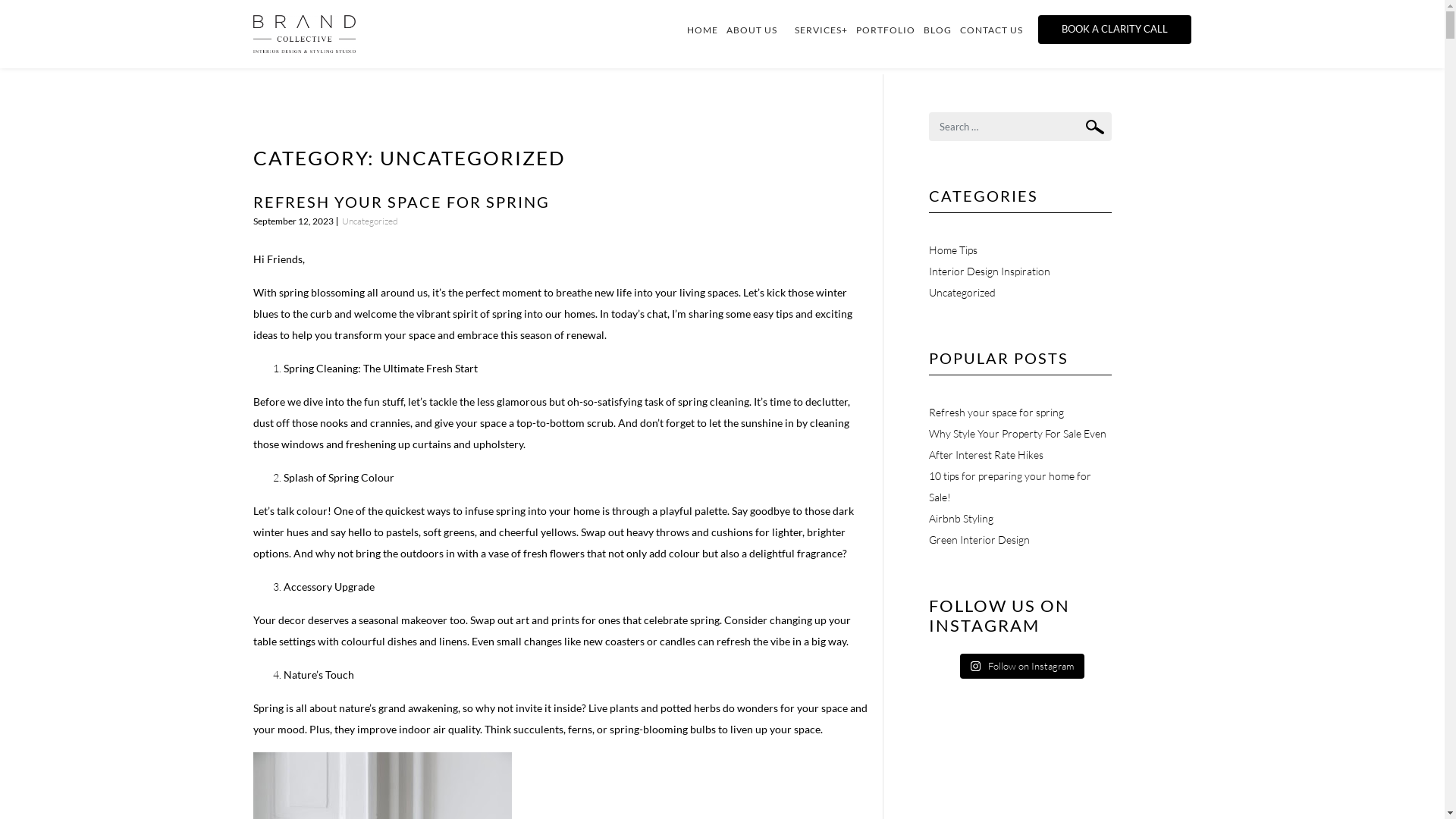 The height and width of the screenshot is (819, 1456). What do you see at coordinates (1010, 486) in the screenshot?
I see `'10 tips for preparing your home for Sale!'` at bounding box center [1010, 486].